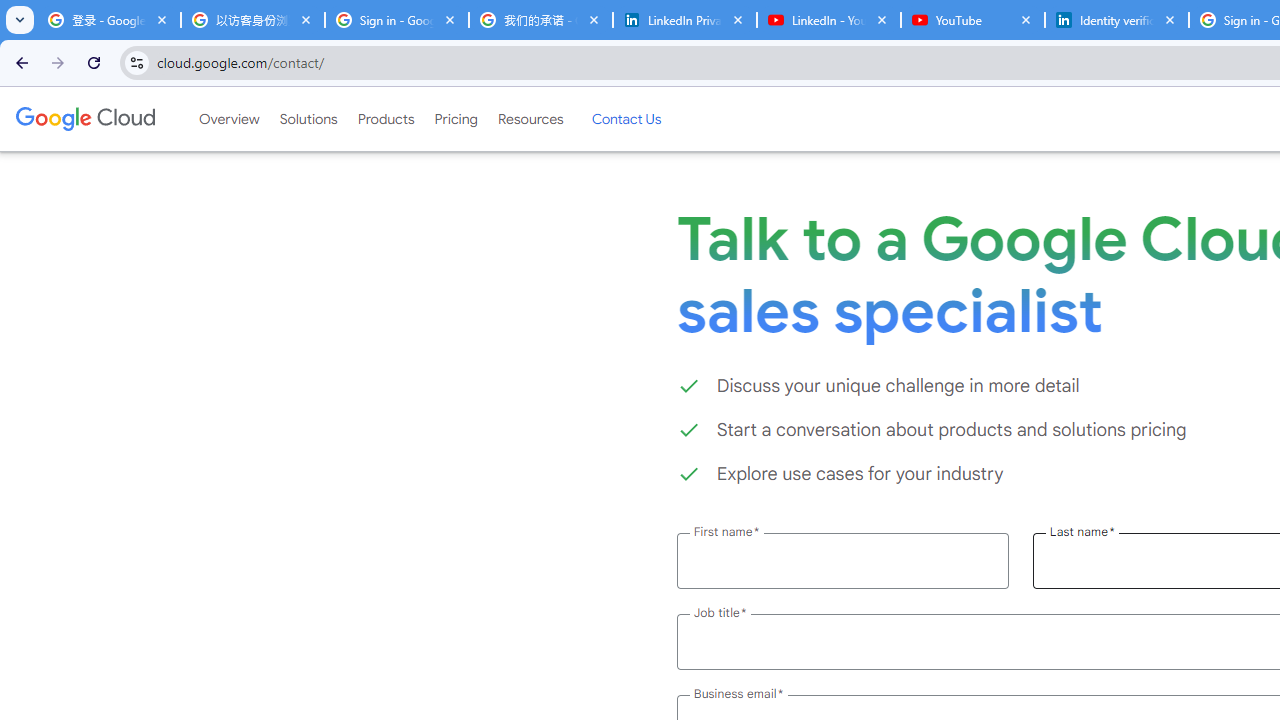 The width and height of the screenshot is (1280, 720). What do you see at coordinates (625, 119) in the screenshot?
I see `'Contact Us'` at bounding box center [625, 119].